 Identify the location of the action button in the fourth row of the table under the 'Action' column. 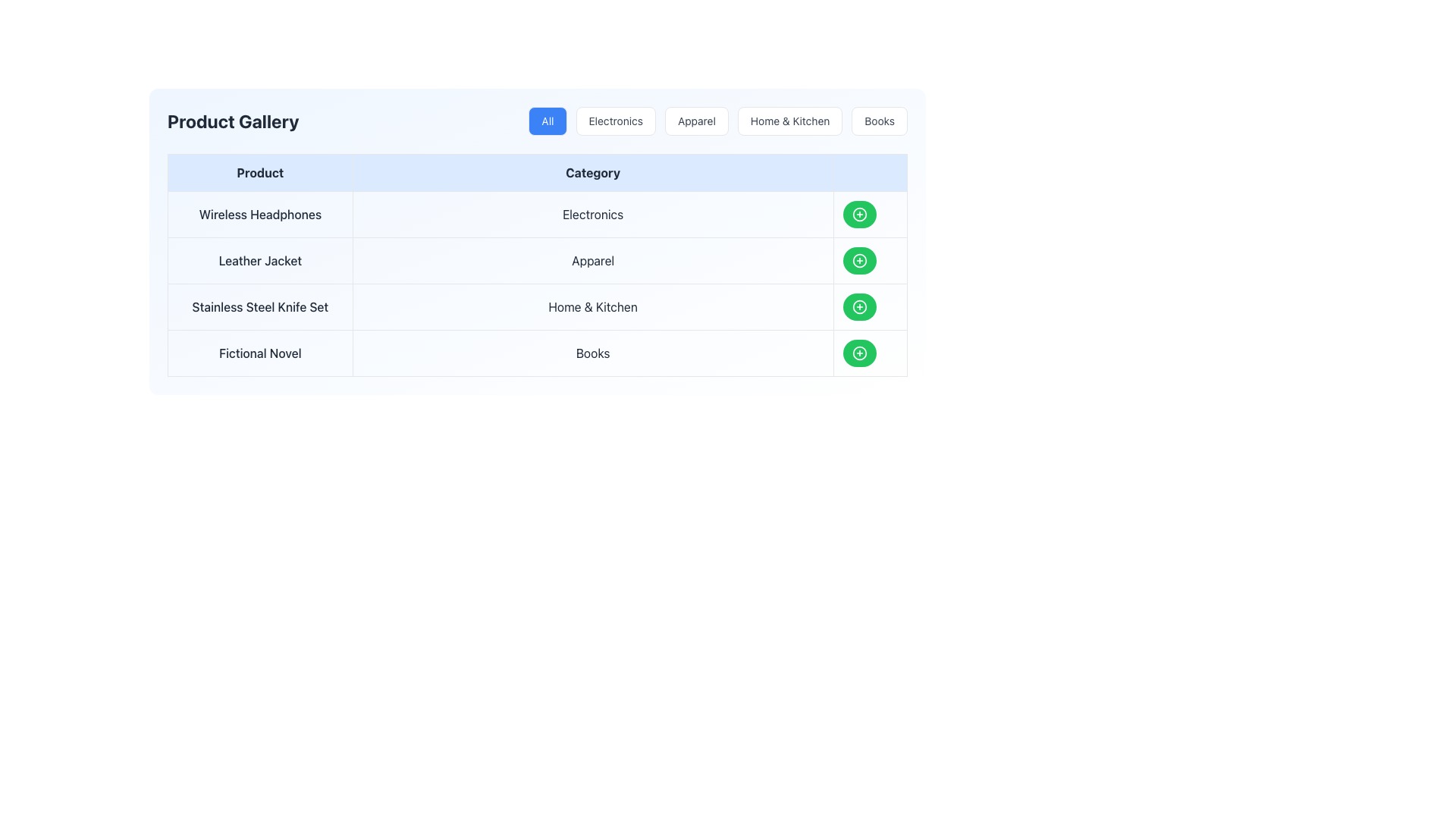
(870, 353).